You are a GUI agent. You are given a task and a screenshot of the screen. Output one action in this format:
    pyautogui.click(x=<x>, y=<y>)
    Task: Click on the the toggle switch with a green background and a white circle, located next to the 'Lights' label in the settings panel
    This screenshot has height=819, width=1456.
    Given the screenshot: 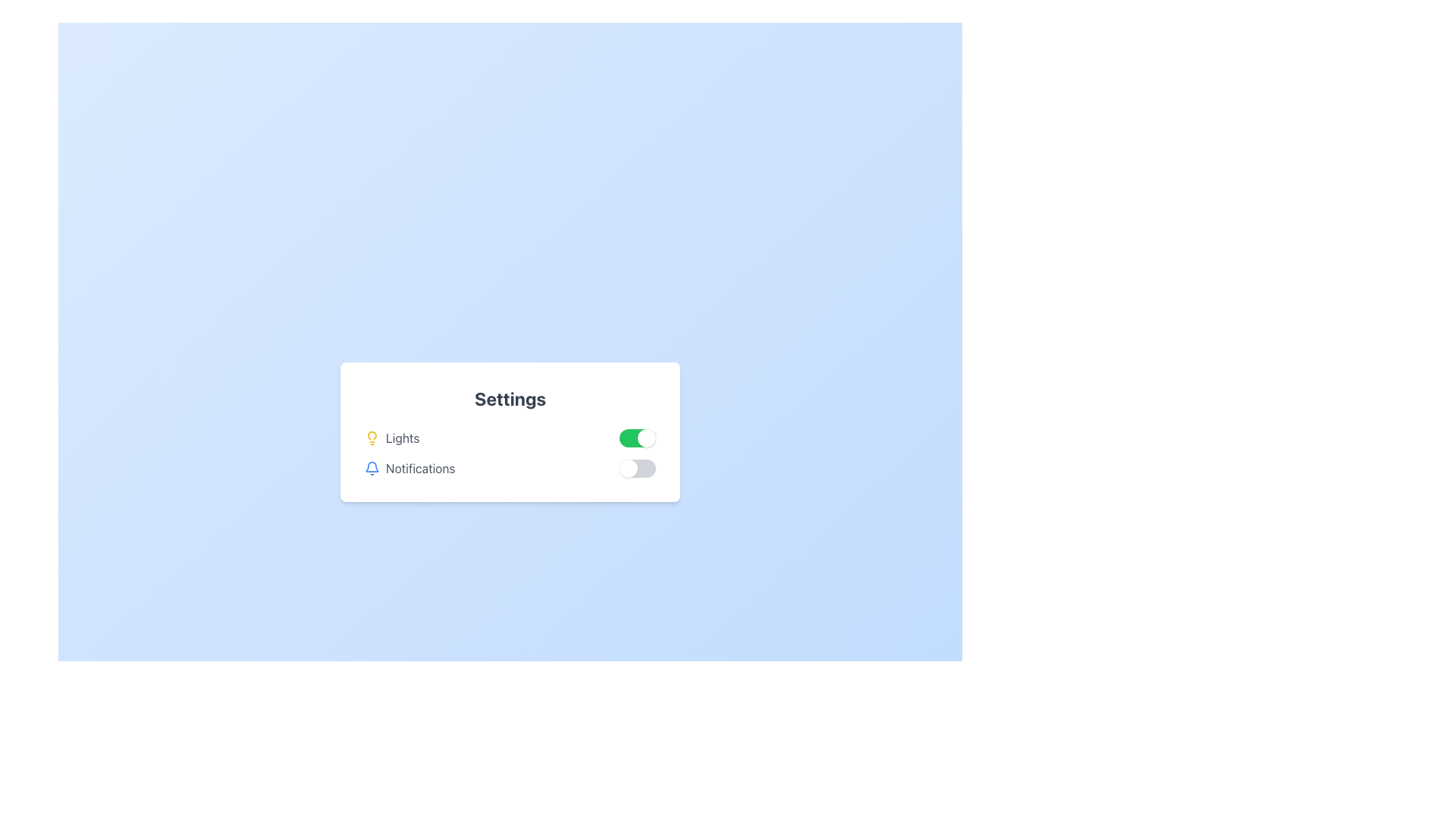 What is the action you would take?
    pyautogui.click(x=637, y=438)
    